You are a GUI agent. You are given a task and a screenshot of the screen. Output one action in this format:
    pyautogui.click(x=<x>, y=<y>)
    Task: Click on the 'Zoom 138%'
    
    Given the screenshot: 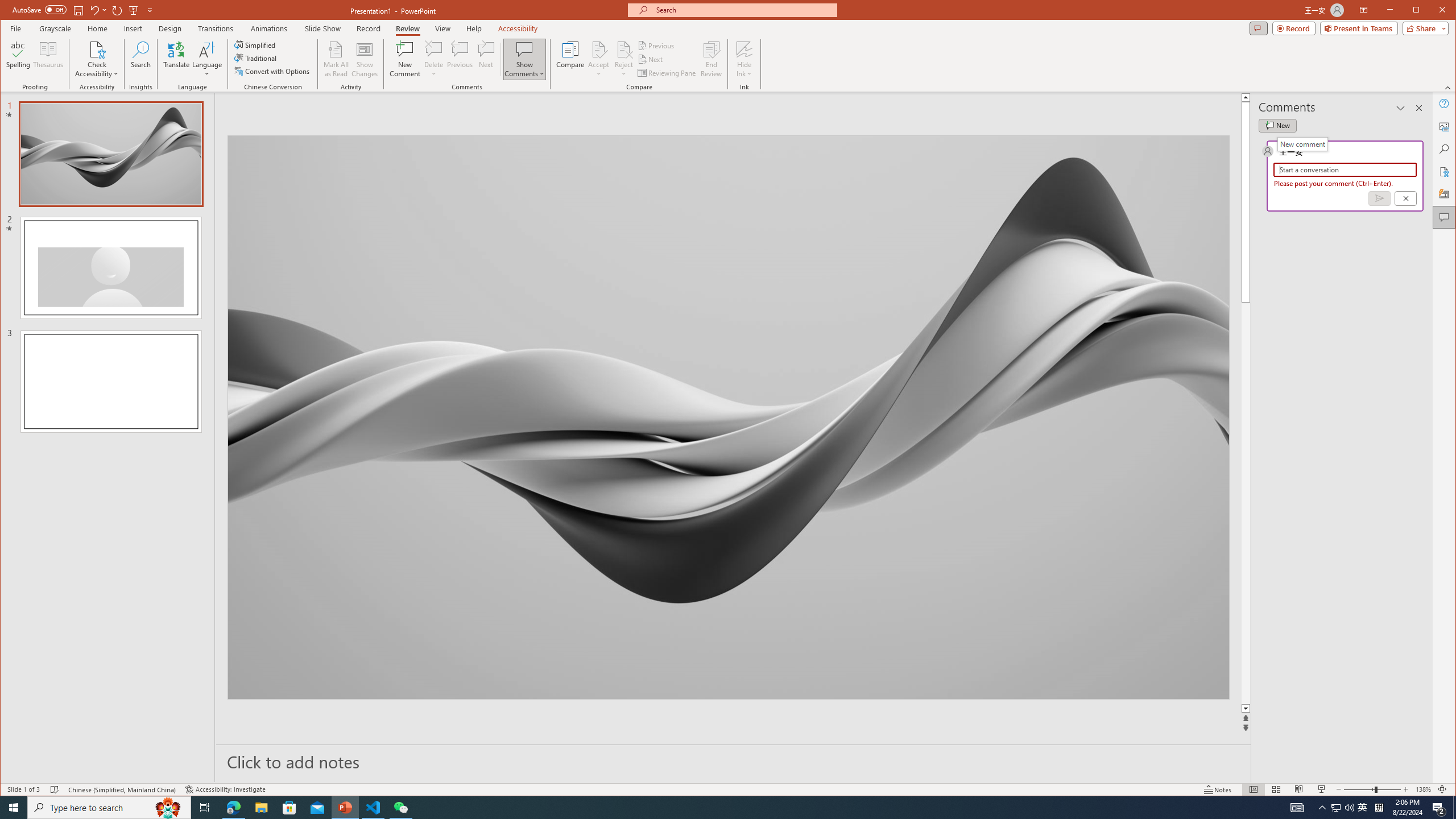 What is the action you would take?
    pyautogui.click(x=1423, y=789)
    